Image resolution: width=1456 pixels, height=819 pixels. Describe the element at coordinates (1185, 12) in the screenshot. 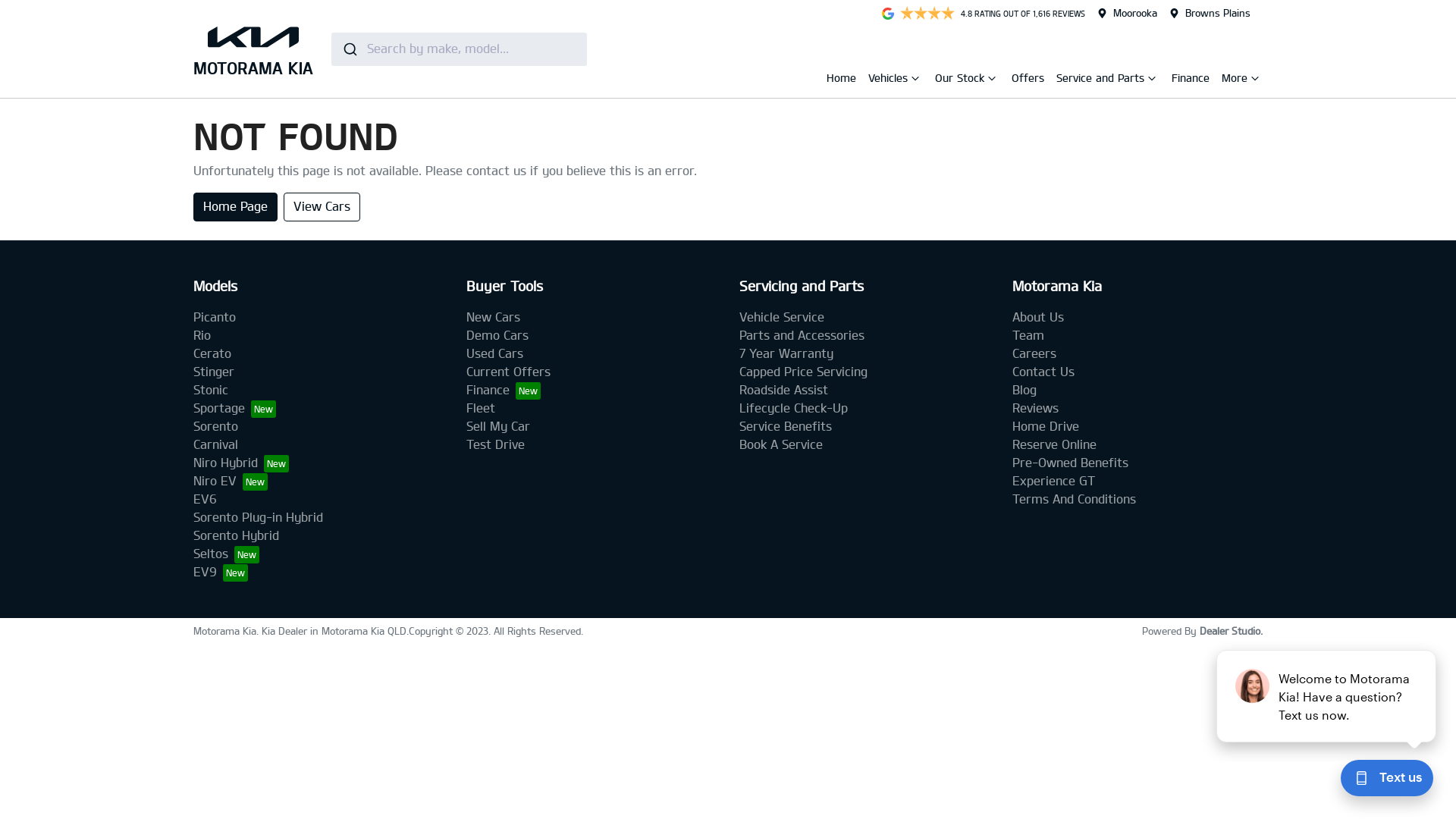

I see `'Browns Plains'` at that location.